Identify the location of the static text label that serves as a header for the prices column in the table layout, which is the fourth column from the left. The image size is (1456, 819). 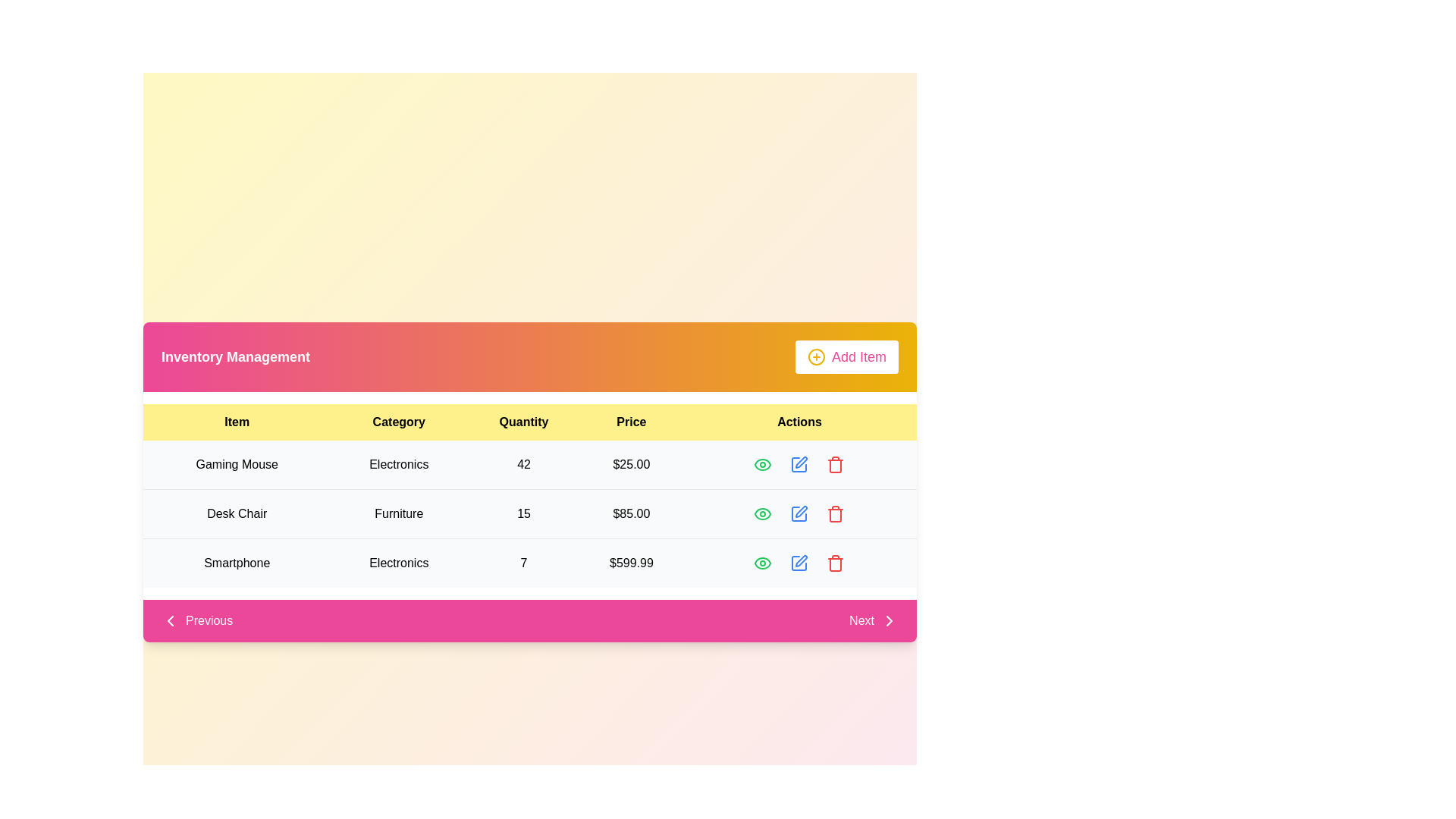
(631, 422).